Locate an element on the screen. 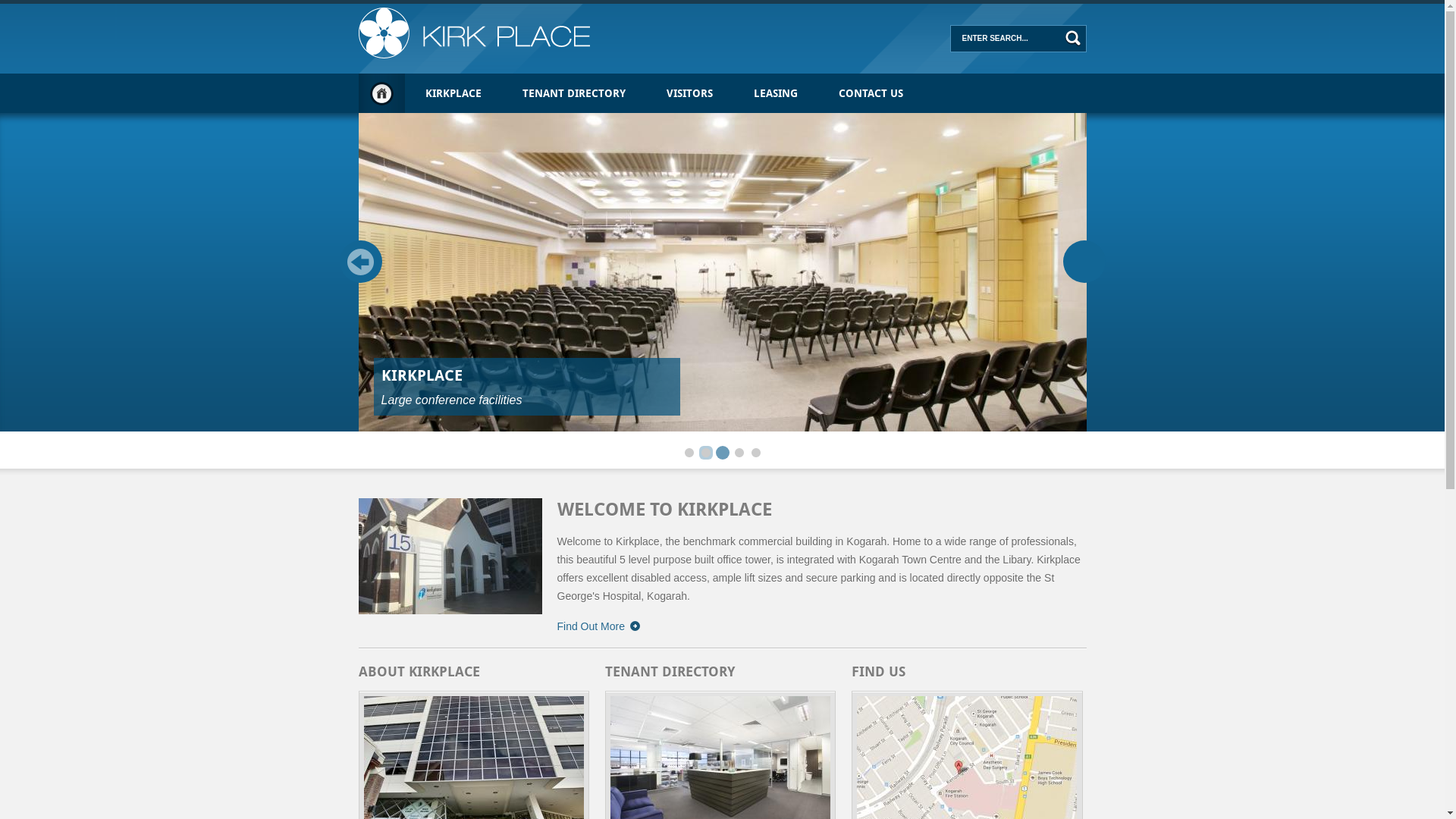  'Find Out More' is located at coordinates (604, 626).